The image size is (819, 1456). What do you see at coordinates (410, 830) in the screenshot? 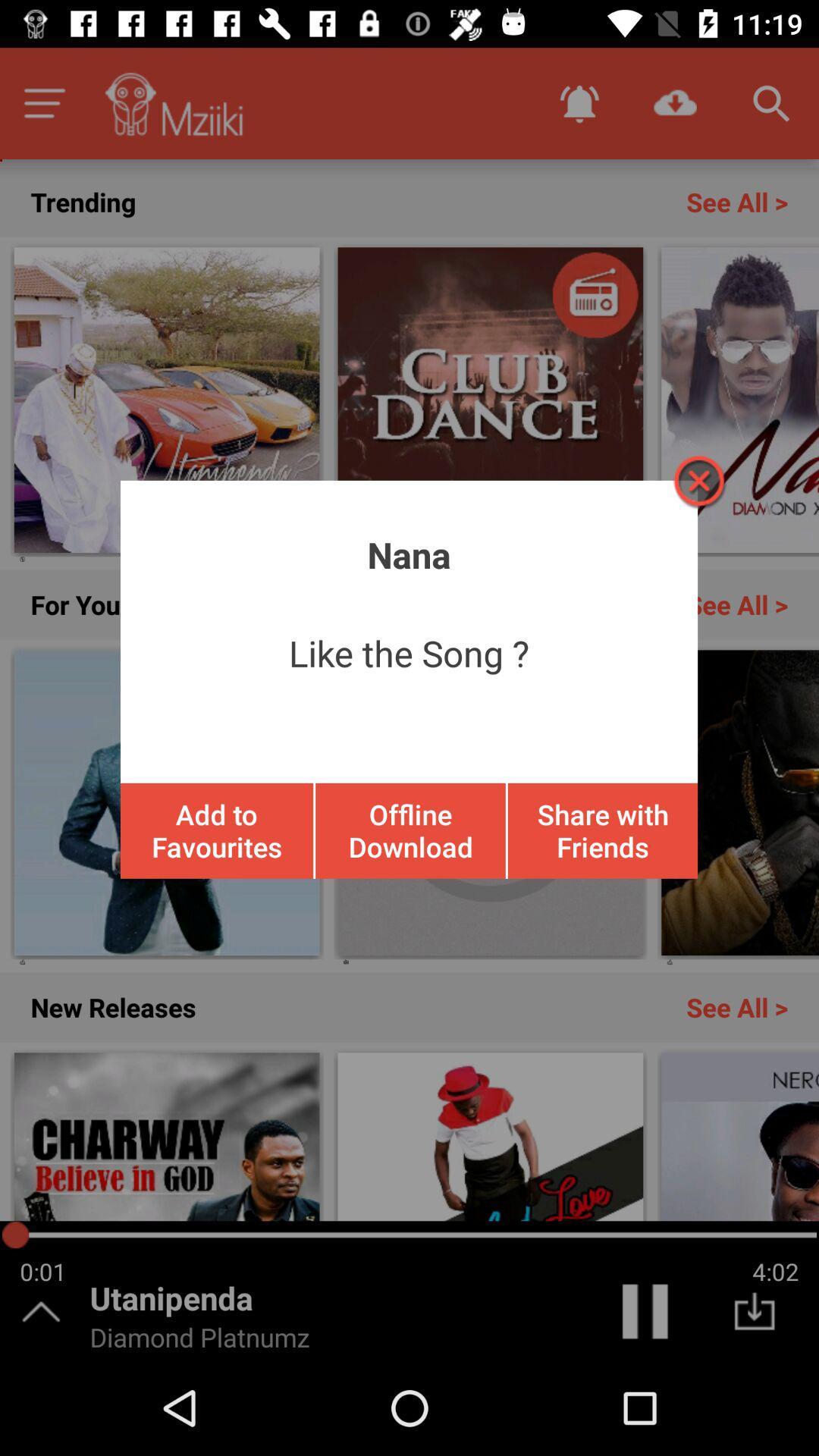
I see `icon next to the share with friends item` at bounding box center [410, 830].